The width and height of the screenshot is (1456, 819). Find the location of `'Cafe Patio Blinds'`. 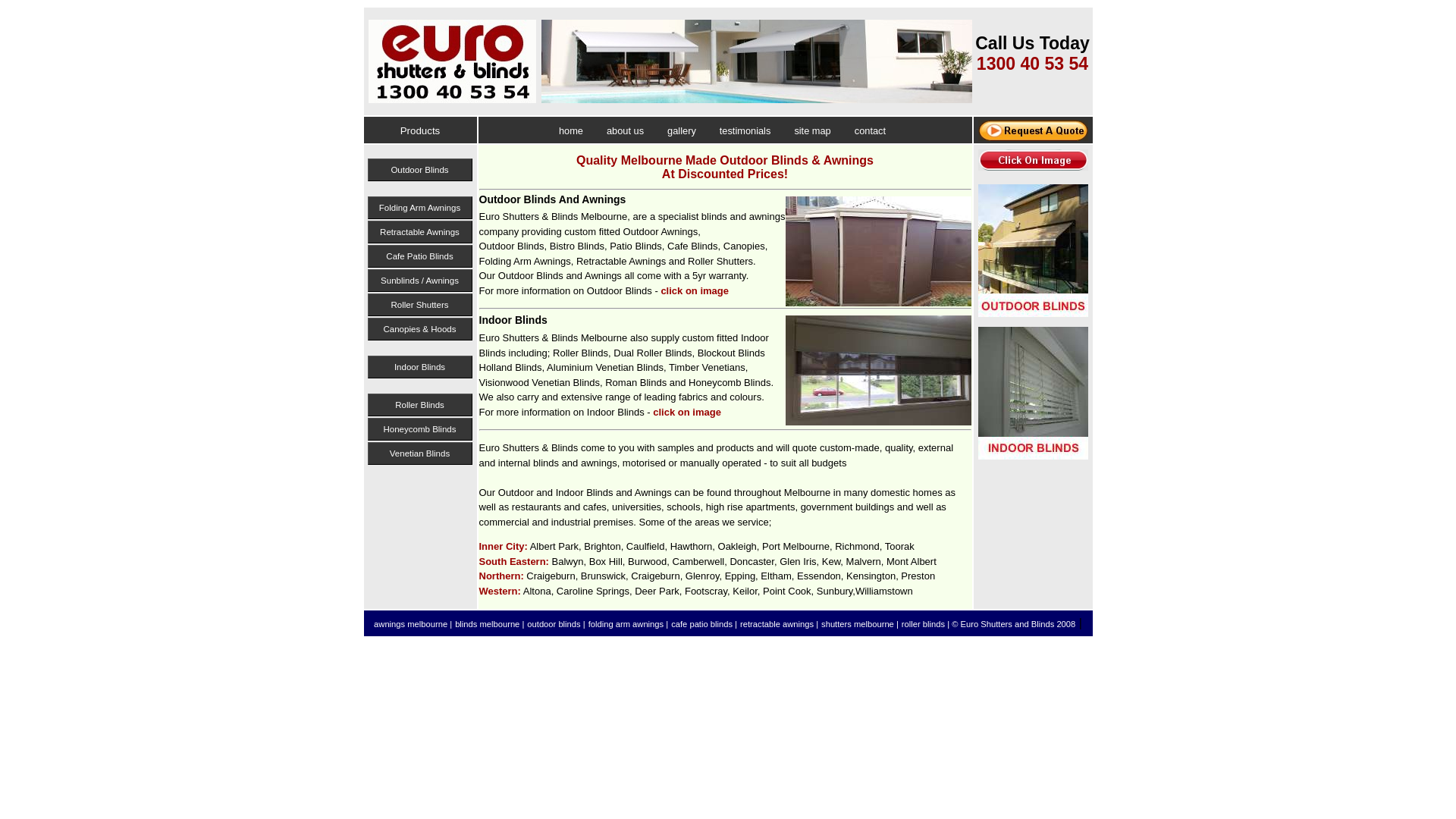

'Cafe Patio Blinds' is located at coordinates (367, 256).